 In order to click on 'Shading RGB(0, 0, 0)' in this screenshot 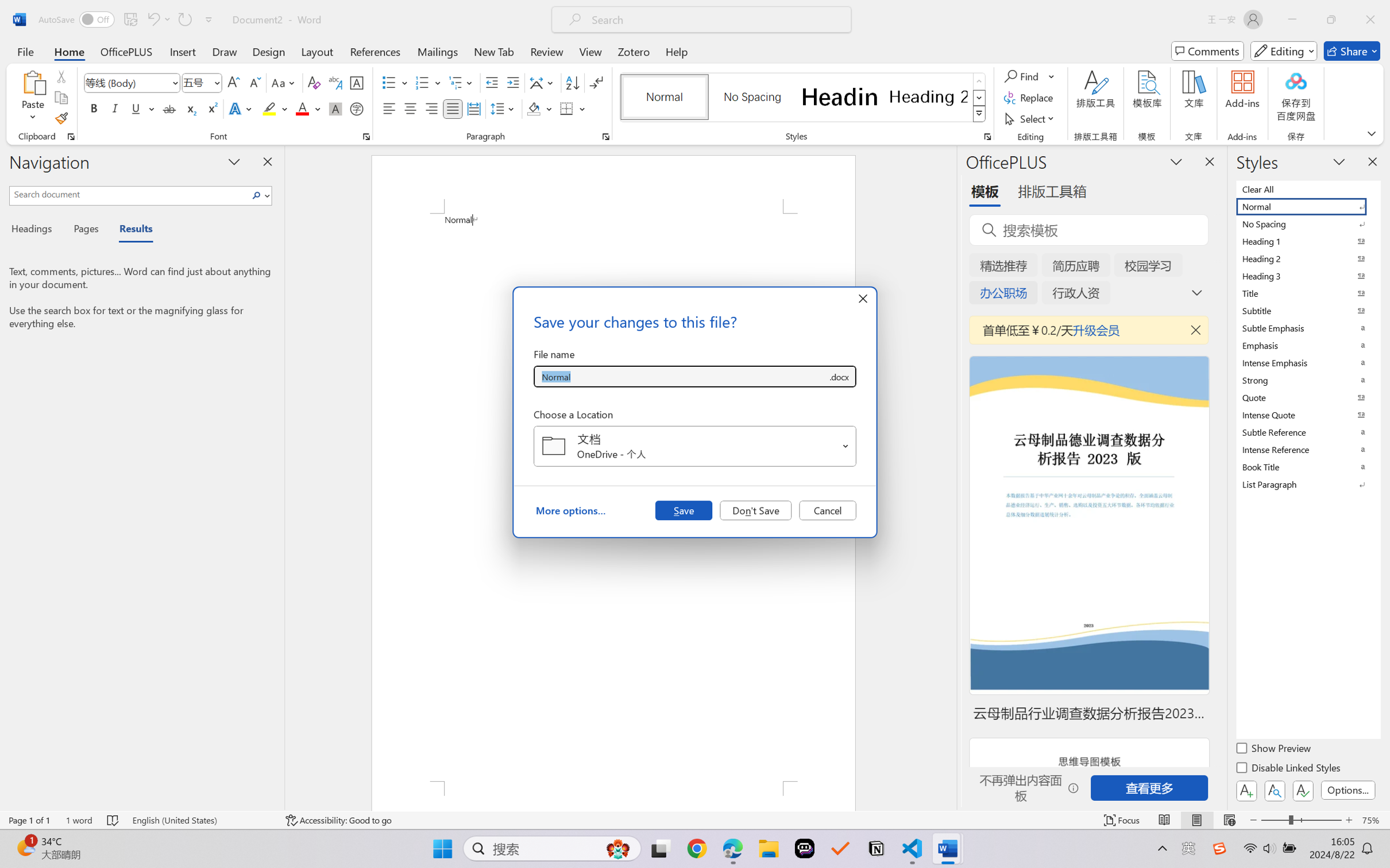, I will do `click(533, 108)`.